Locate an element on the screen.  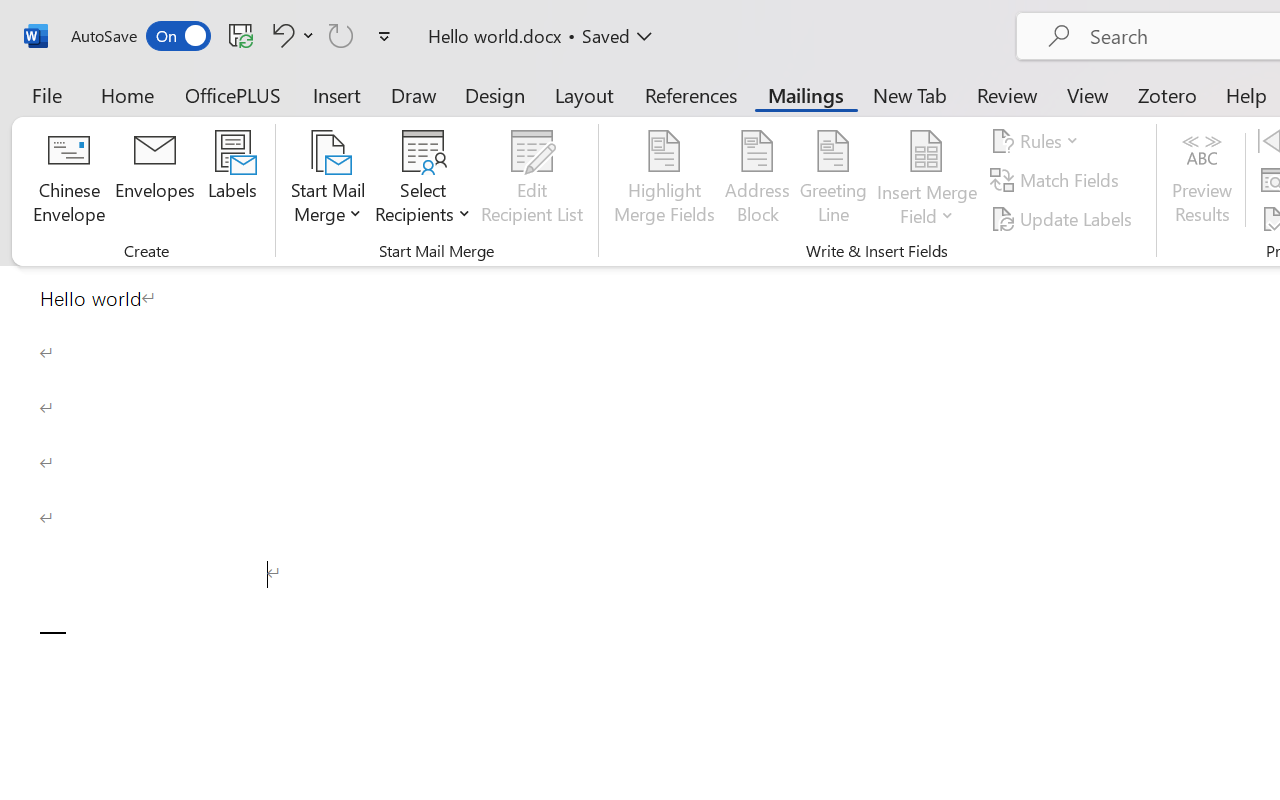
'Address Block...' is located at coordinates (756, 179).